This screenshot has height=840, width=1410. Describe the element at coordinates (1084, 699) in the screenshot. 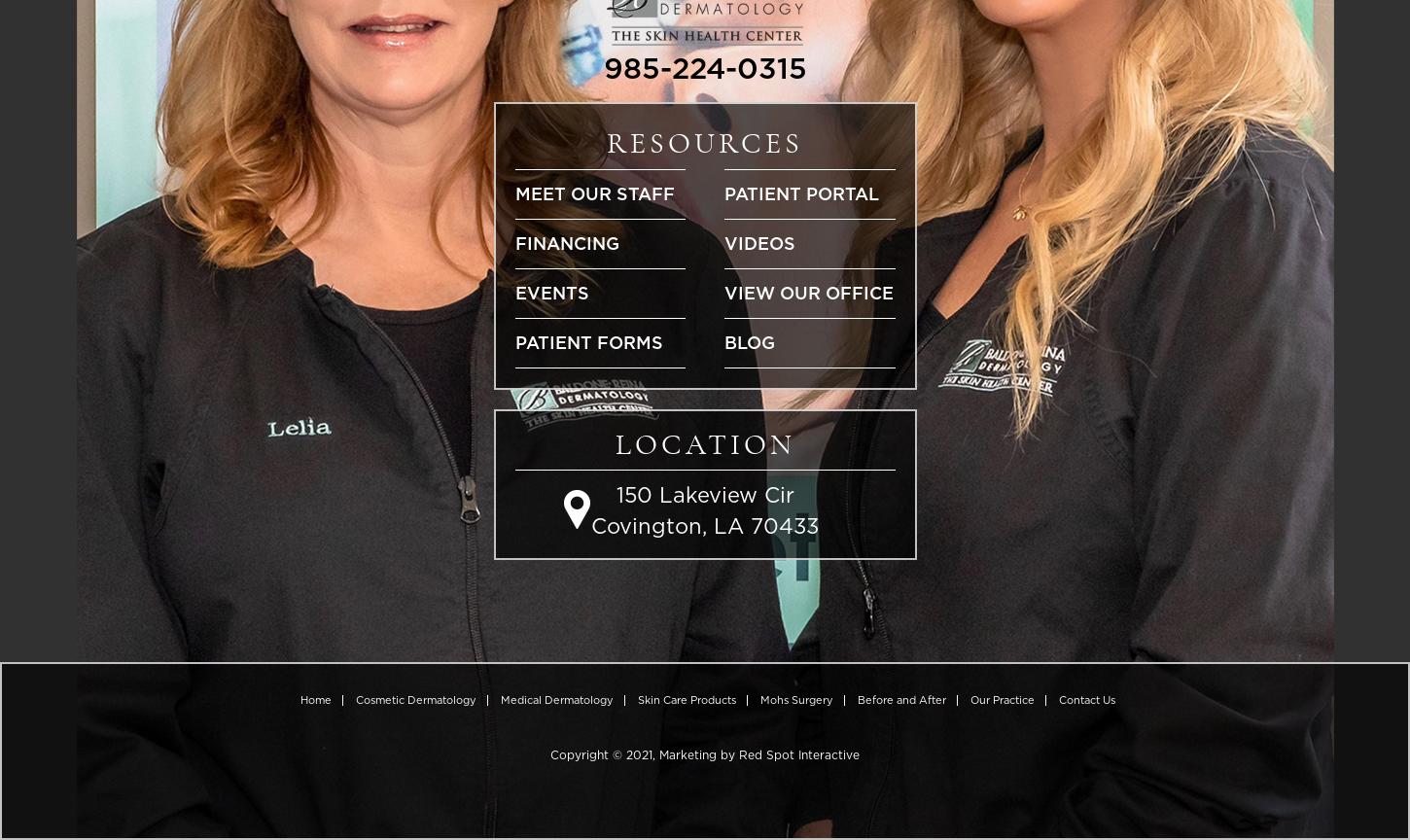

I see `'Contact Us'` at that location.